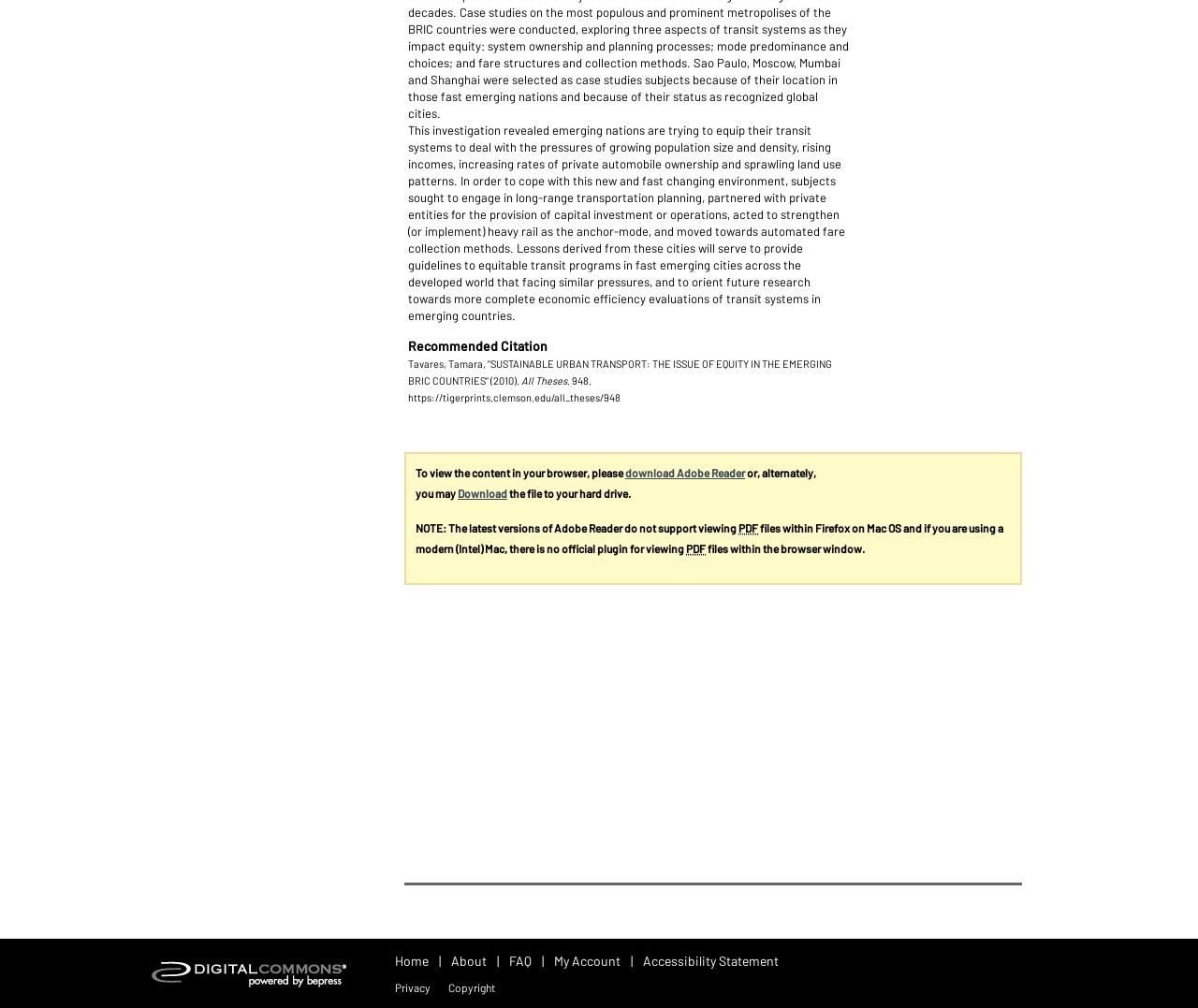 The image size is (1198, 1008). I want to click on 'files within the browser window.', so click(785, 547).